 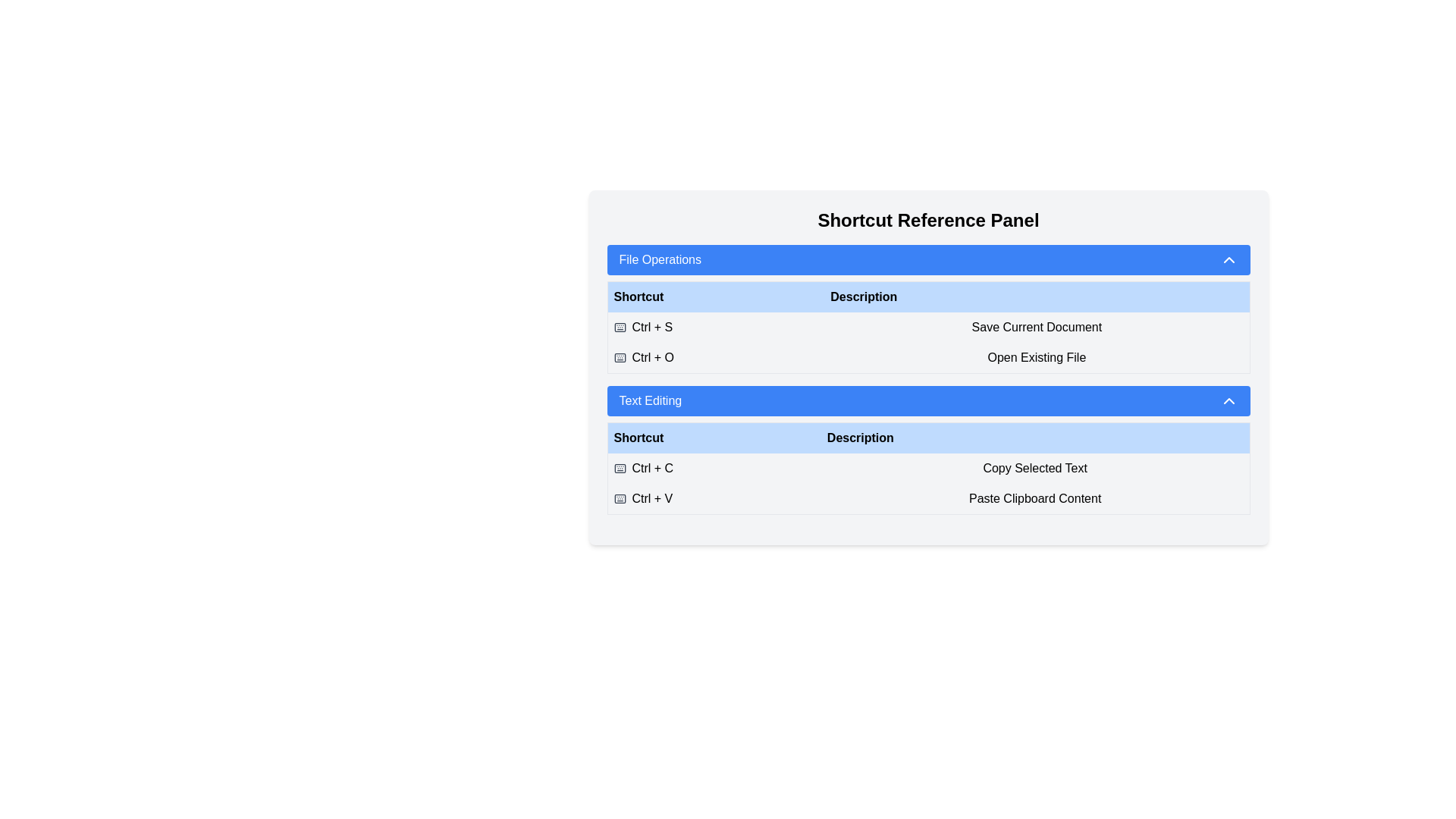 I want to click on the 'Copy Selected Text' label which is aligned to the right of the 'Ctrl + C' shortcut in the 'Text Editing' section of the table, so click(x=1034, y=467).